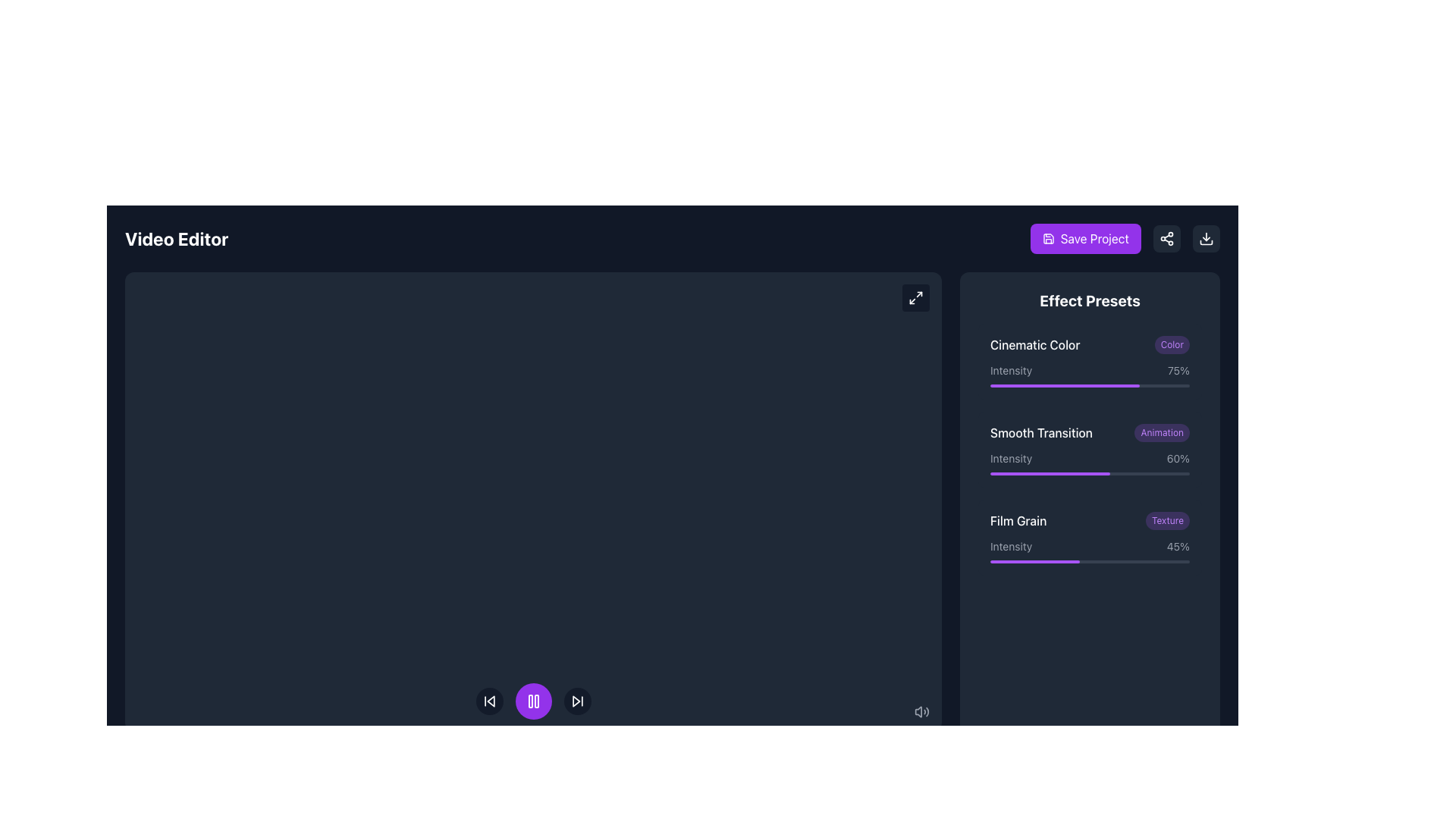 Image resolution: width=1456 pixels, height=819 pixels. Describe the element at coordinates (1011, 458) in the screenshot. I see `the 'Intensity' text label, which is a small-sized label in light gray on a dark background located in the right-hand panel under the 'Smooth Transition' section` at that location.